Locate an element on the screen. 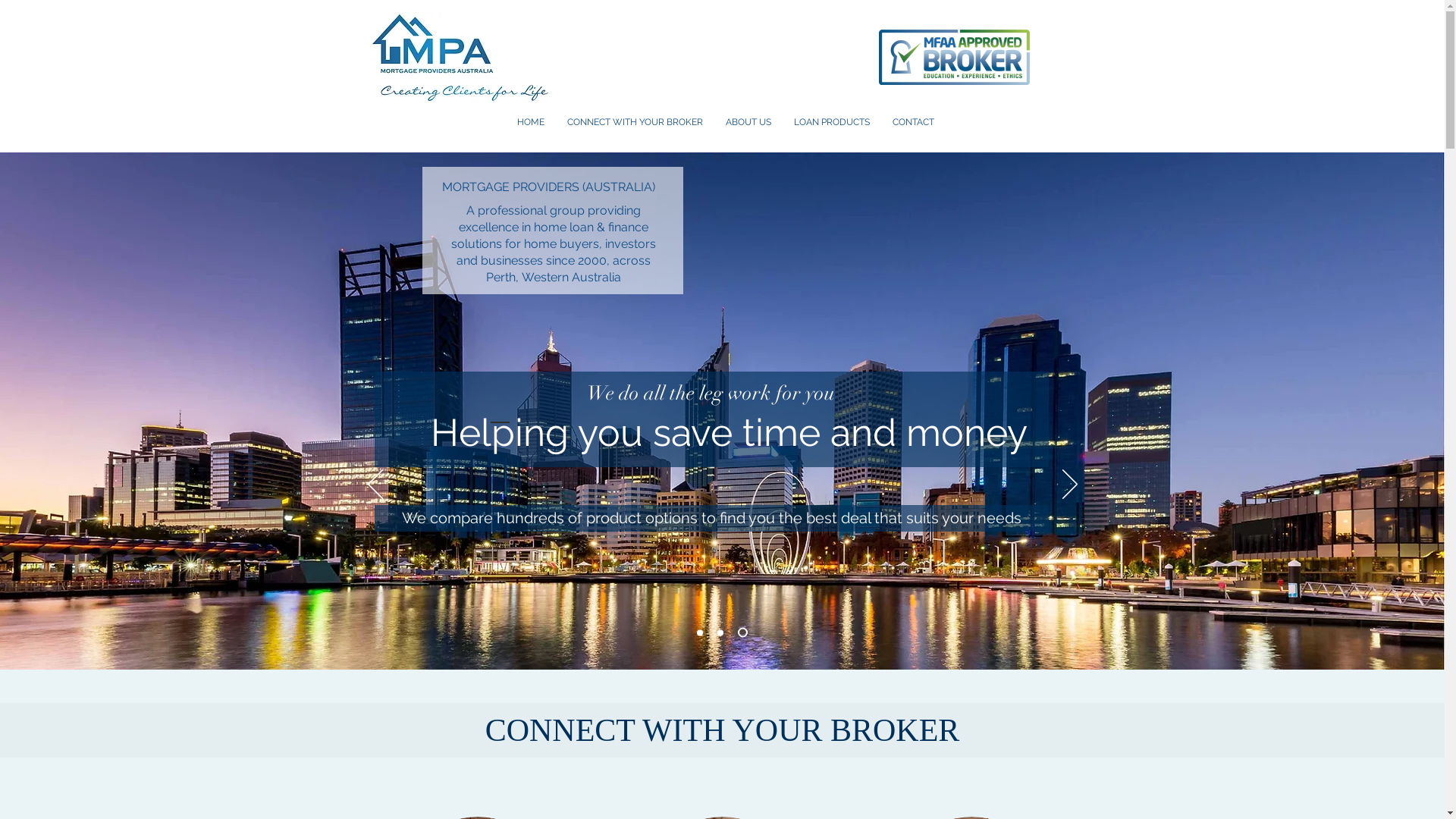 This screenshot has height=819, width=1456. 'CONTACT' is located at coordinates (912, 121).